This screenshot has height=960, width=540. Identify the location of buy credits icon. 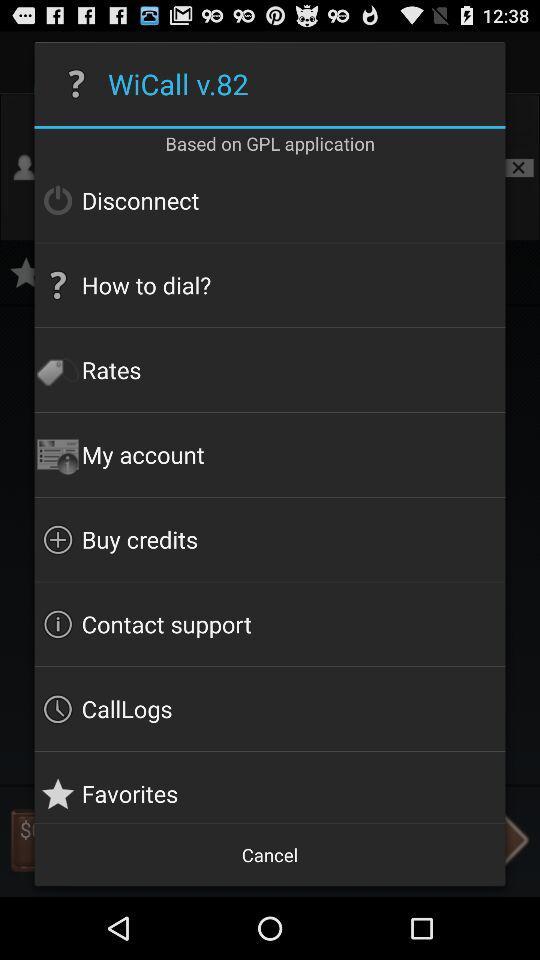
(270, 538).